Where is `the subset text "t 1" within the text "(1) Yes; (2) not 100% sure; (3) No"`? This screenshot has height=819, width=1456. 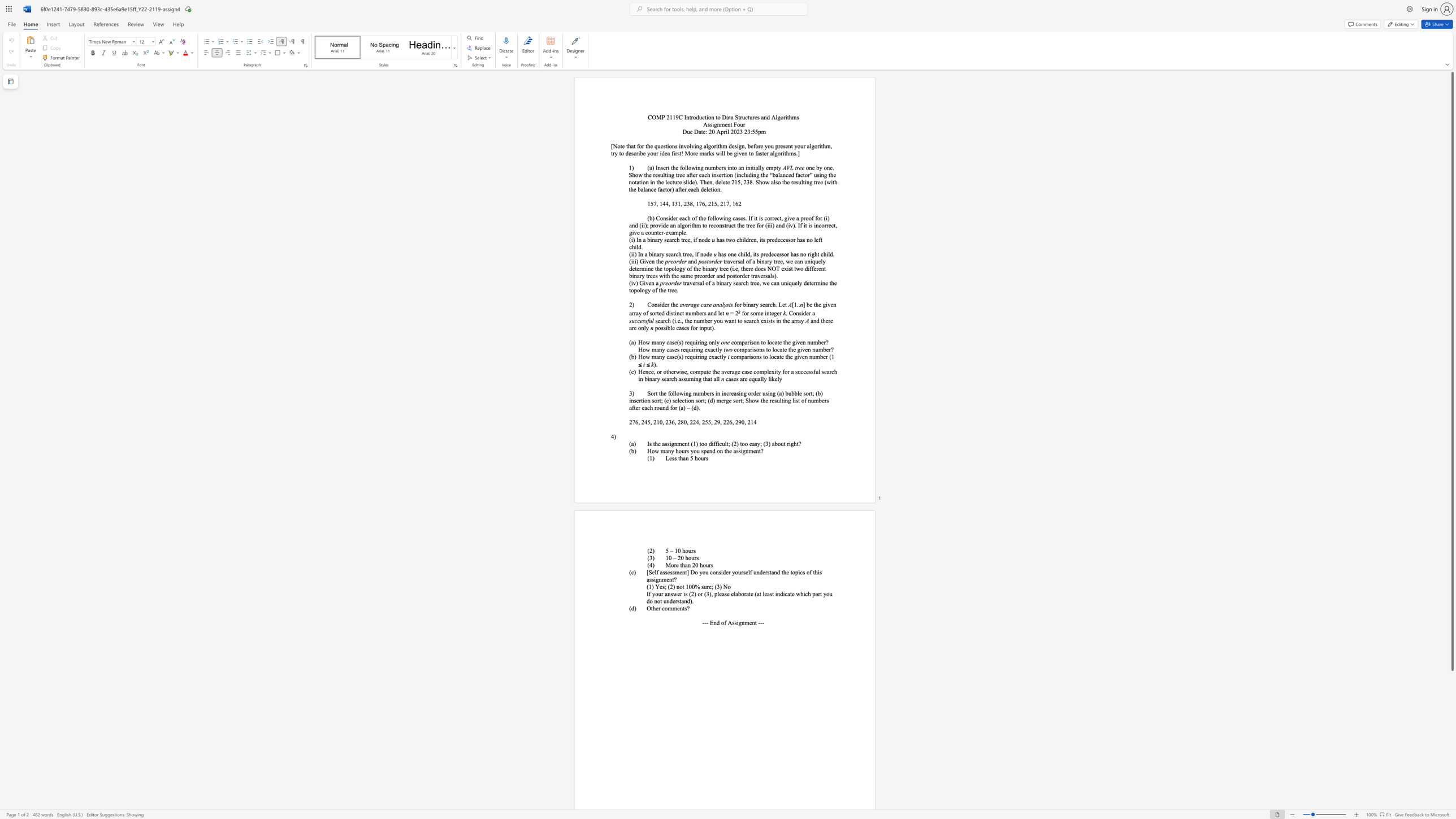 the subset text "t 1" within the text "(1) Yes; (2) not 100% sure; (3) No" is located at coordinates (682, 587).